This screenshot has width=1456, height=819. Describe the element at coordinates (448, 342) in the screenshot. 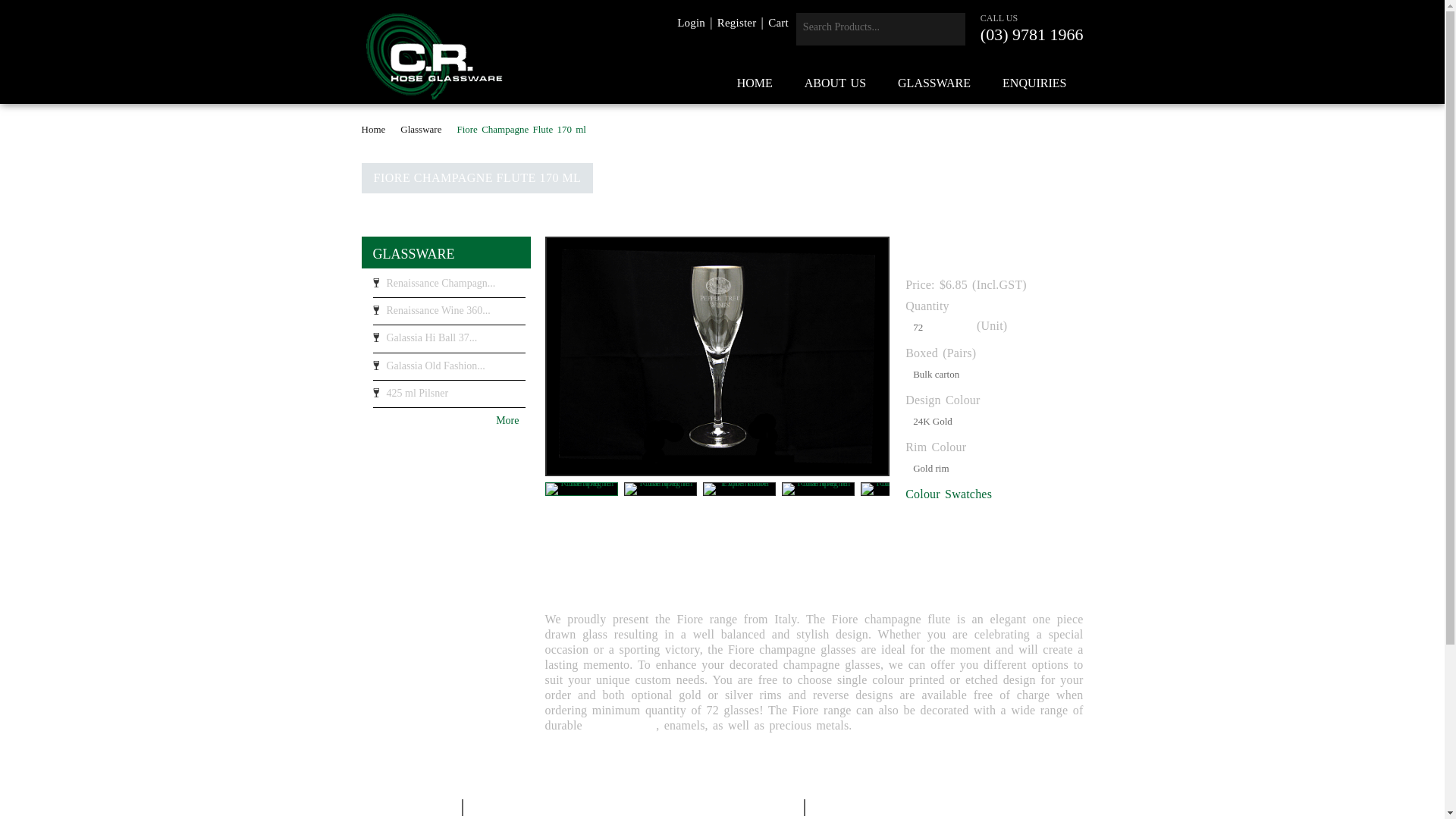

I see `'Galassia Hi Ball 37...'` at that location.